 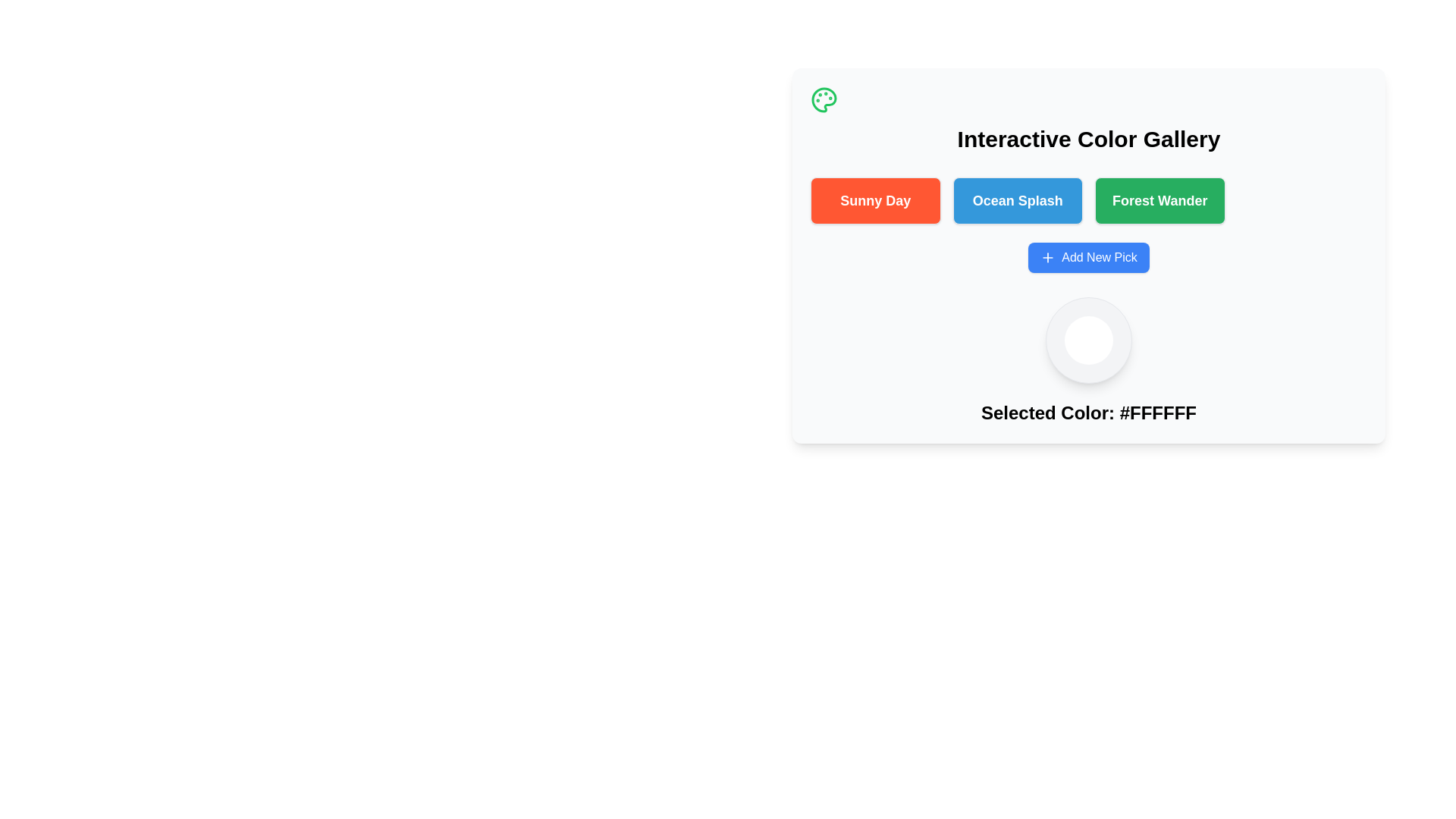 What do you see at coordinates (1018, 200) in the screenshot?
I see `the text label component that says 'Ocean Splash', which is styled with a bold white font on a blue background and is centrally located between the buttons 'Sunny Day' and 'Forest Wander'` at bounding box center [1018, 200].